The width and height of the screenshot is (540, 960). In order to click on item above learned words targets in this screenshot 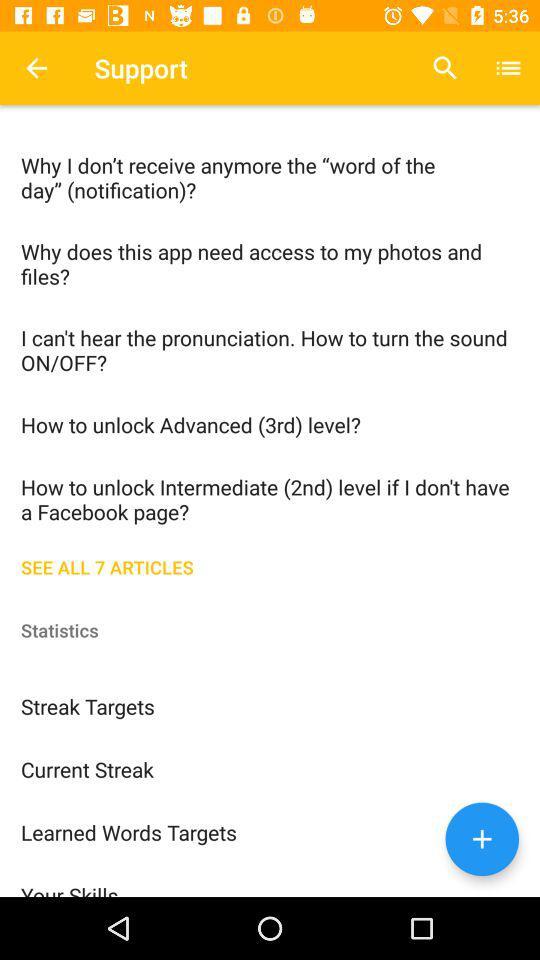, I will do `click(270, 767)`.